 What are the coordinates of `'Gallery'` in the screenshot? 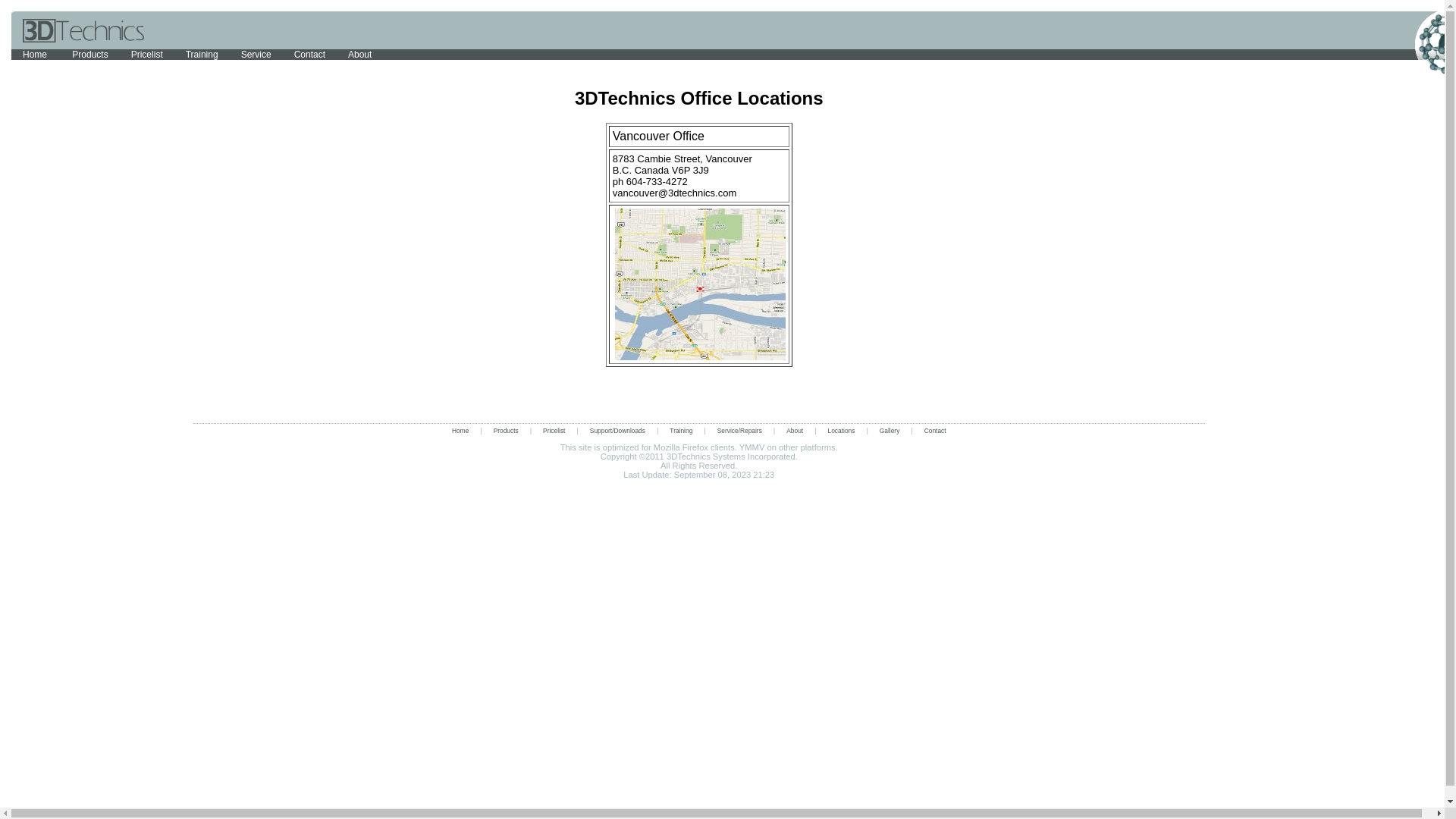 It's located at (890, 430).